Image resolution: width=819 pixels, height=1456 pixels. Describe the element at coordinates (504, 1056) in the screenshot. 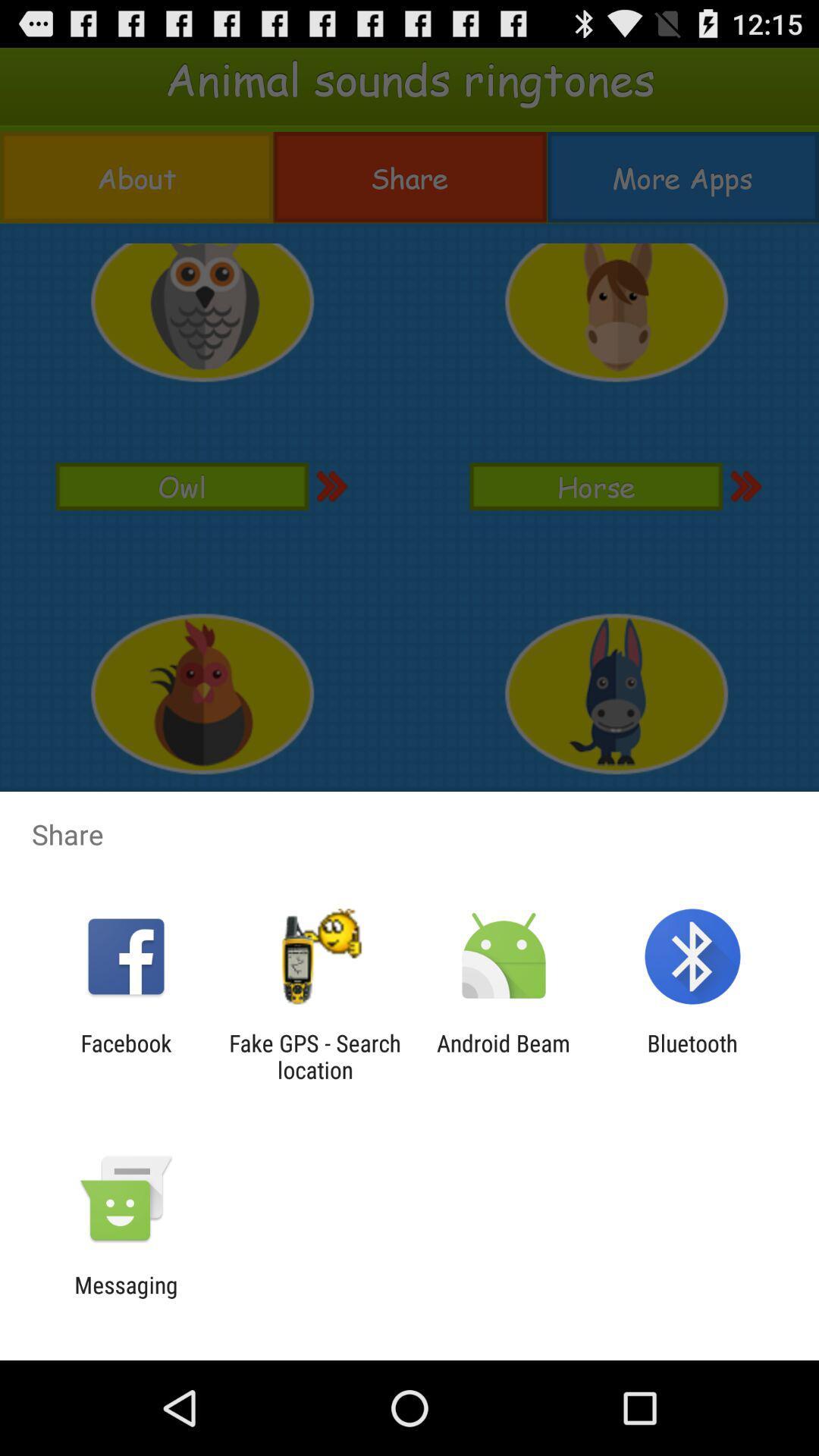

I see `the icon next to bluetooth icon` at that location.